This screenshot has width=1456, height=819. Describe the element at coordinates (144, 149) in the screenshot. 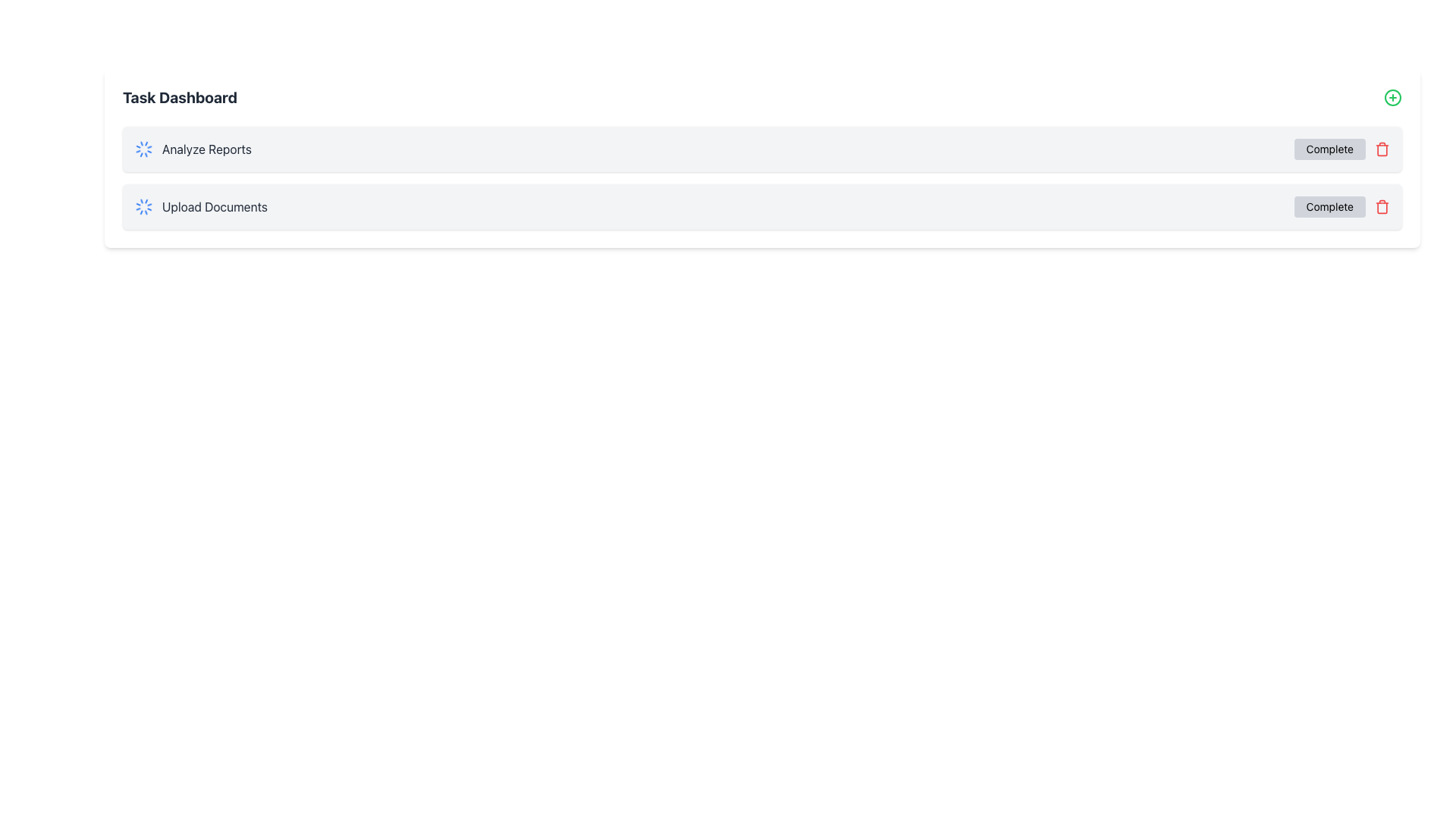

I see `the loading icon located to the left of the 'Analyze Reports' text in the 'Analyze Reports' section of the task dashboard` at that location.